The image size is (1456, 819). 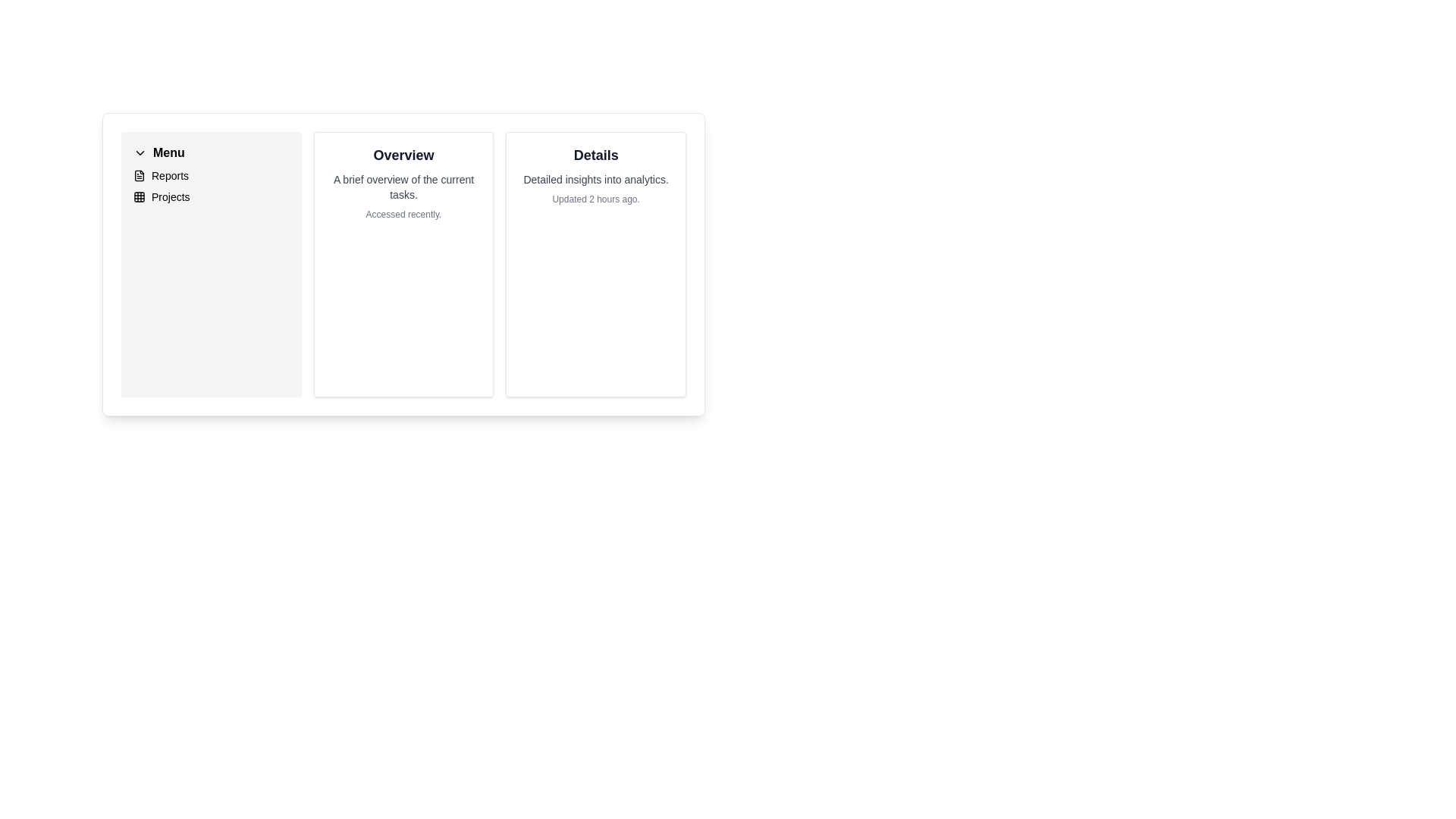 I want to click on the downward-facing chevron icon located to the left of the 'Menu' text, so click(x=140, y=152).